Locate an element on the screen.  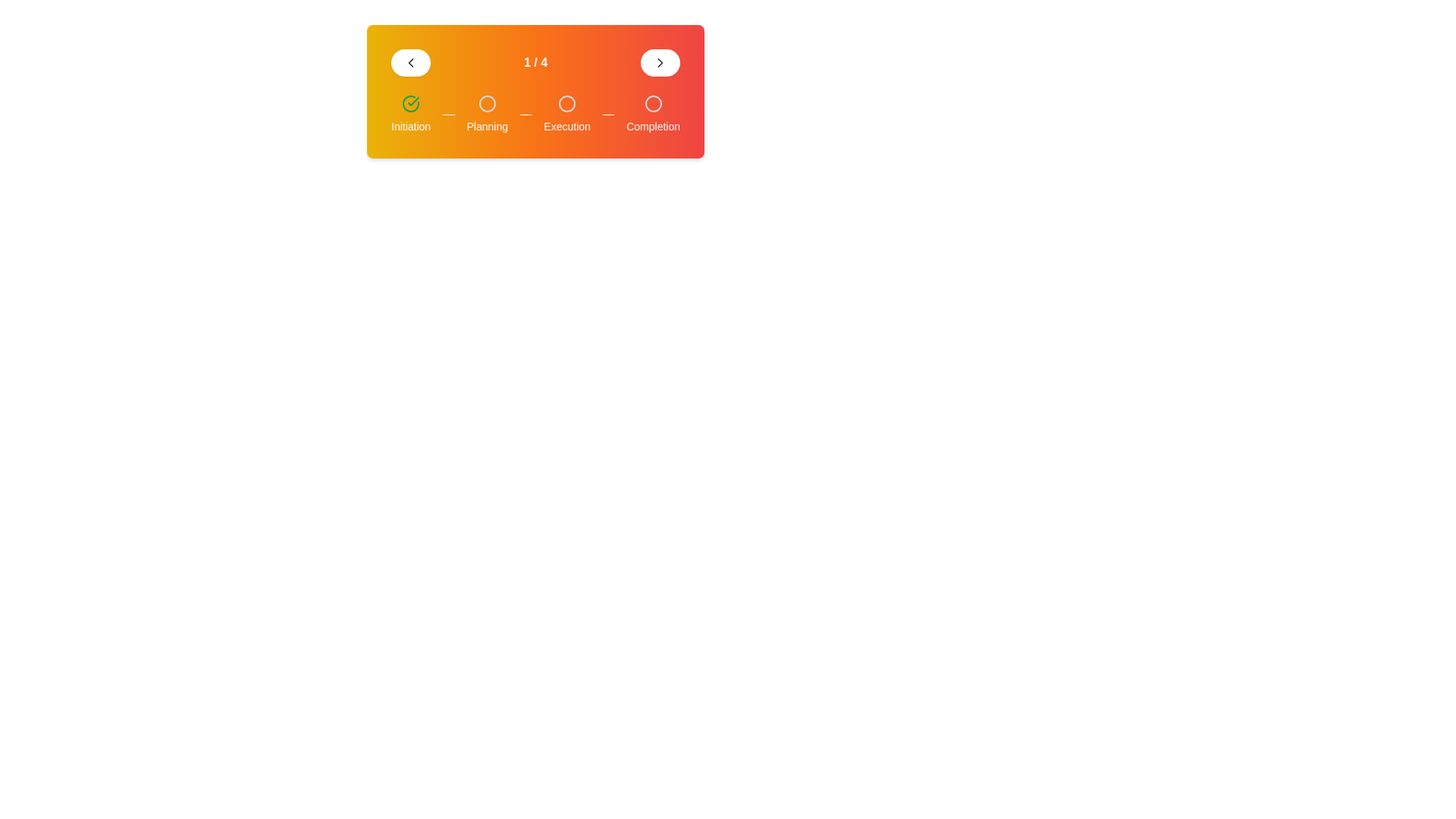
the horizontal separator line located between the 'Execution' and 'Completion' icons in the process steps is located at coordinates (608, 113).